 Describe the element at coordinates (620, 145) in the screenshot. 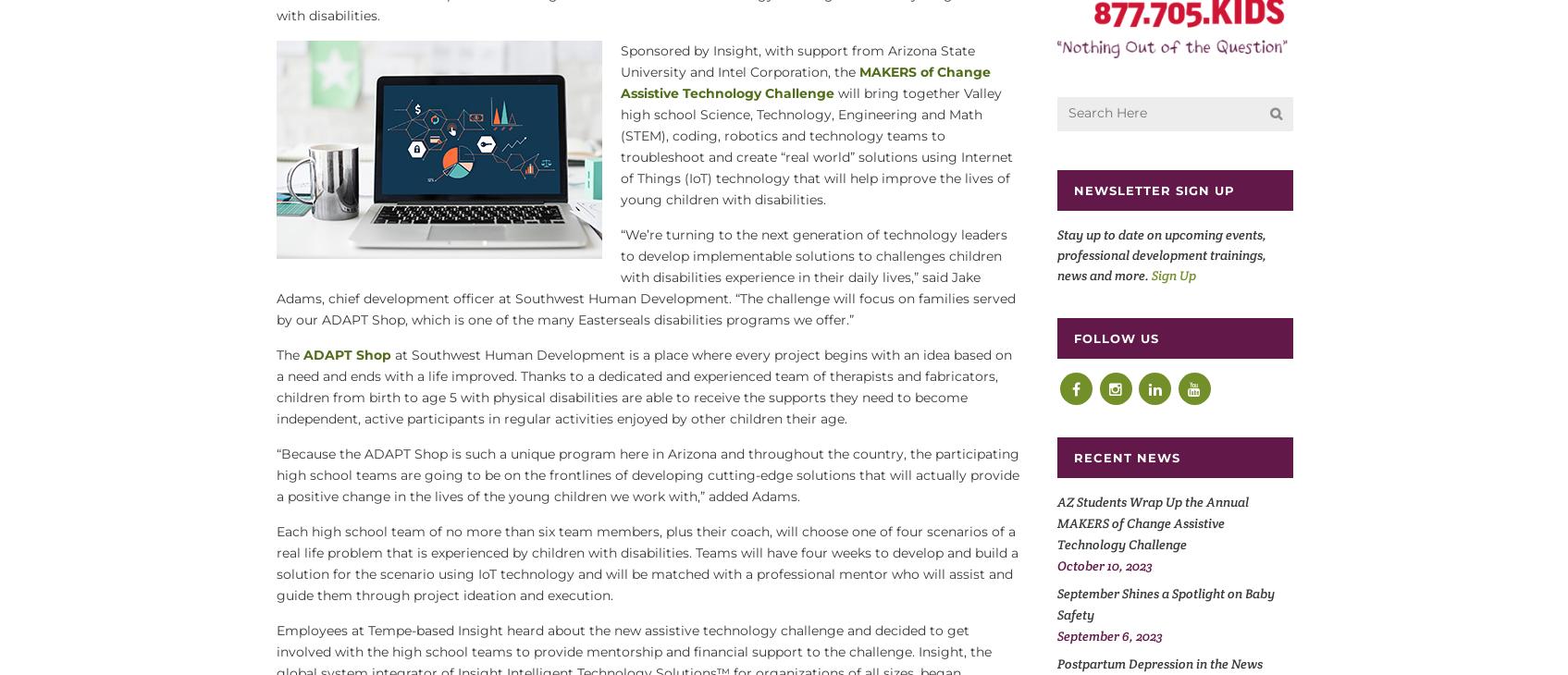

I see `'will bring together Valley high school Science, Technology, Engineering and Math (STEM), coding, robotics and technology teams to troubleshoot and create “real world” solutions using Internet of Things (IoT) technology that will help improve the lives of young children with disabilities.'` at that location.